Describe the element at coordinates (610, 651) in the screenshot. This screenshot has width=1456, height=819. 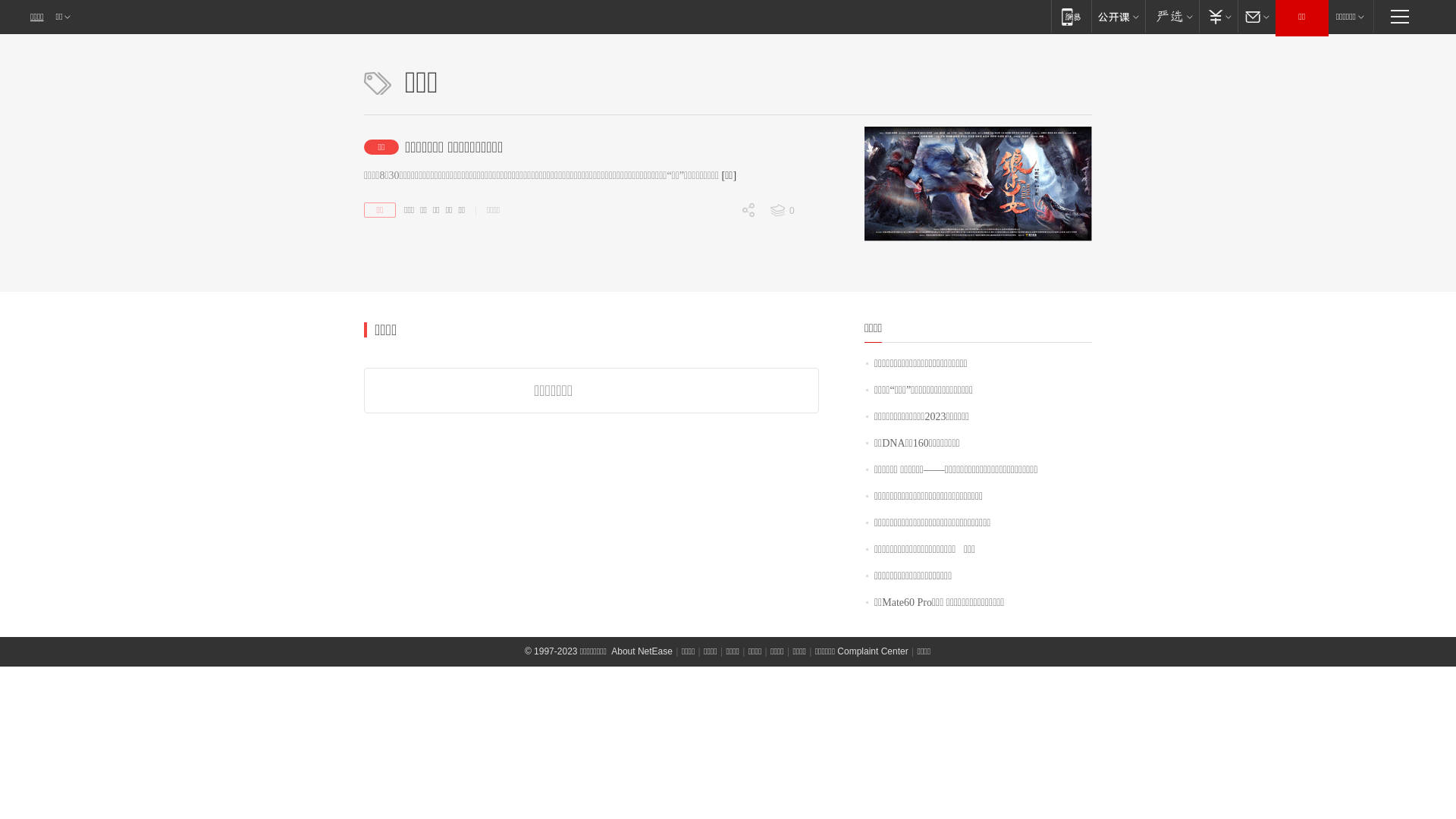
I see `'About NetEase'` at that location.